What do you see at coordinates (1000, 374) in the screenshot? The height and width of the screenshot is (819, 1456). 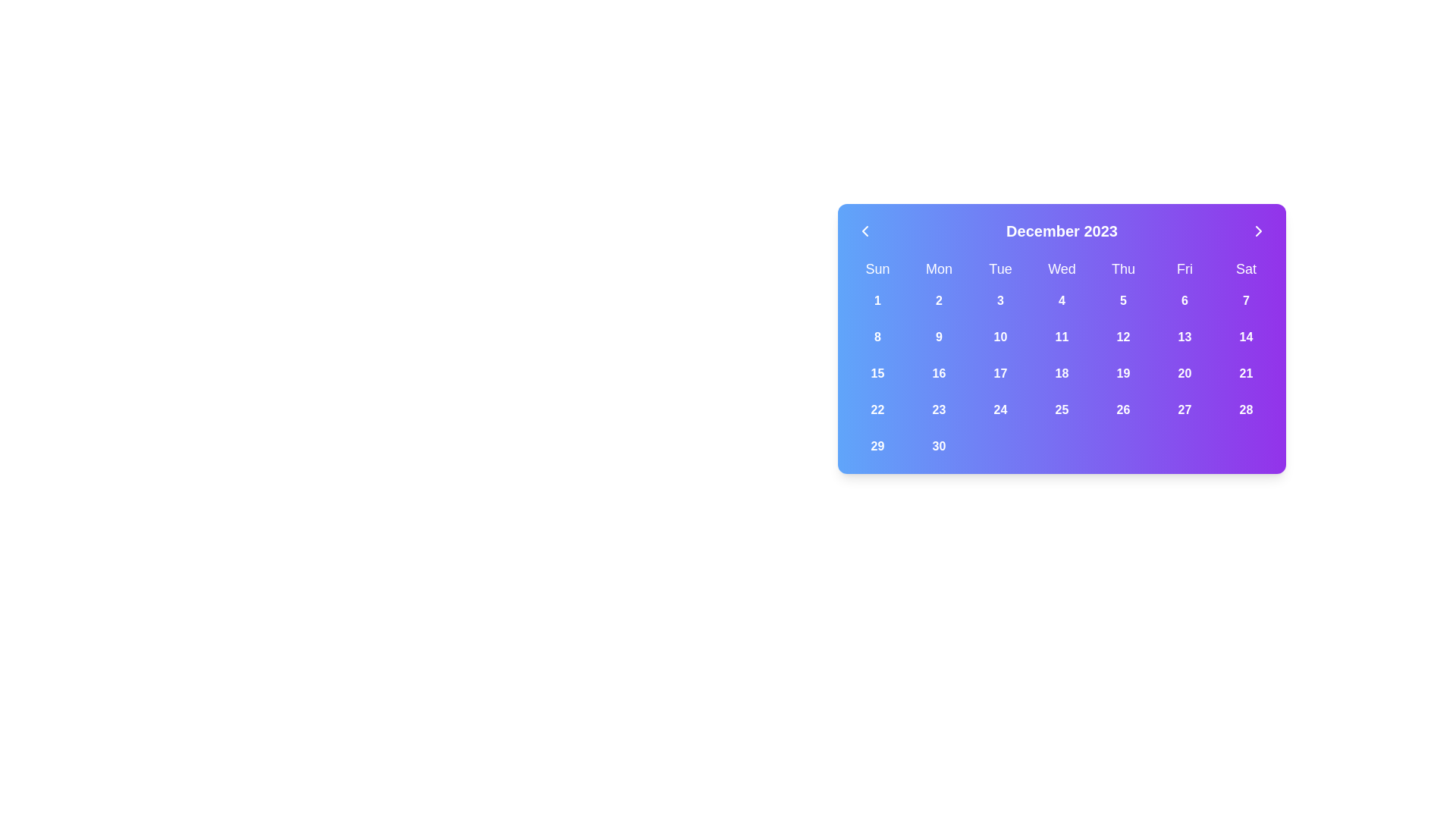 I see `the selectable day '17' button` at bounding box center [1000, 374].